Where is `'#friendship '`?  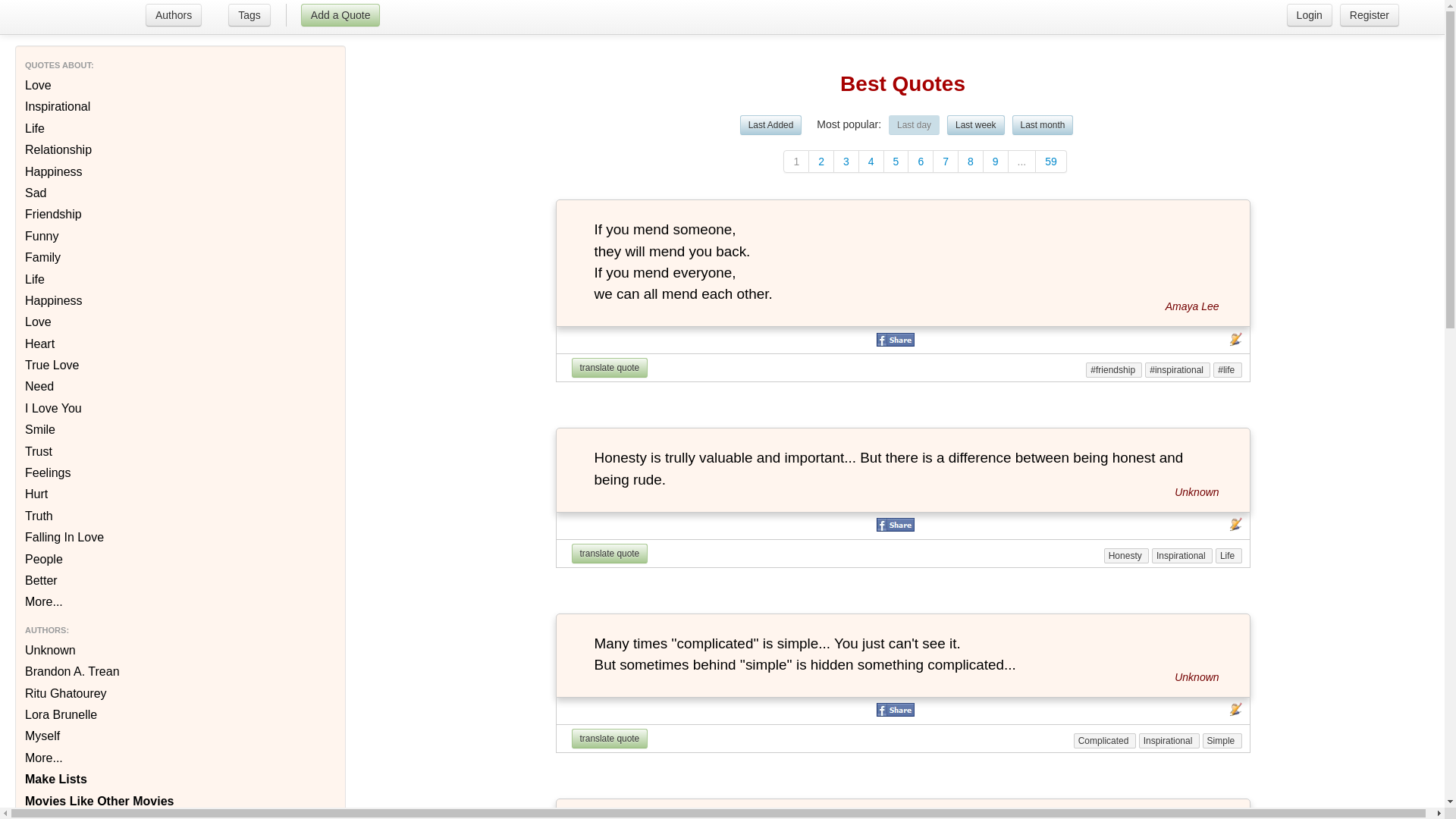
'#friendship ' is located at coordinates (1113, 370).